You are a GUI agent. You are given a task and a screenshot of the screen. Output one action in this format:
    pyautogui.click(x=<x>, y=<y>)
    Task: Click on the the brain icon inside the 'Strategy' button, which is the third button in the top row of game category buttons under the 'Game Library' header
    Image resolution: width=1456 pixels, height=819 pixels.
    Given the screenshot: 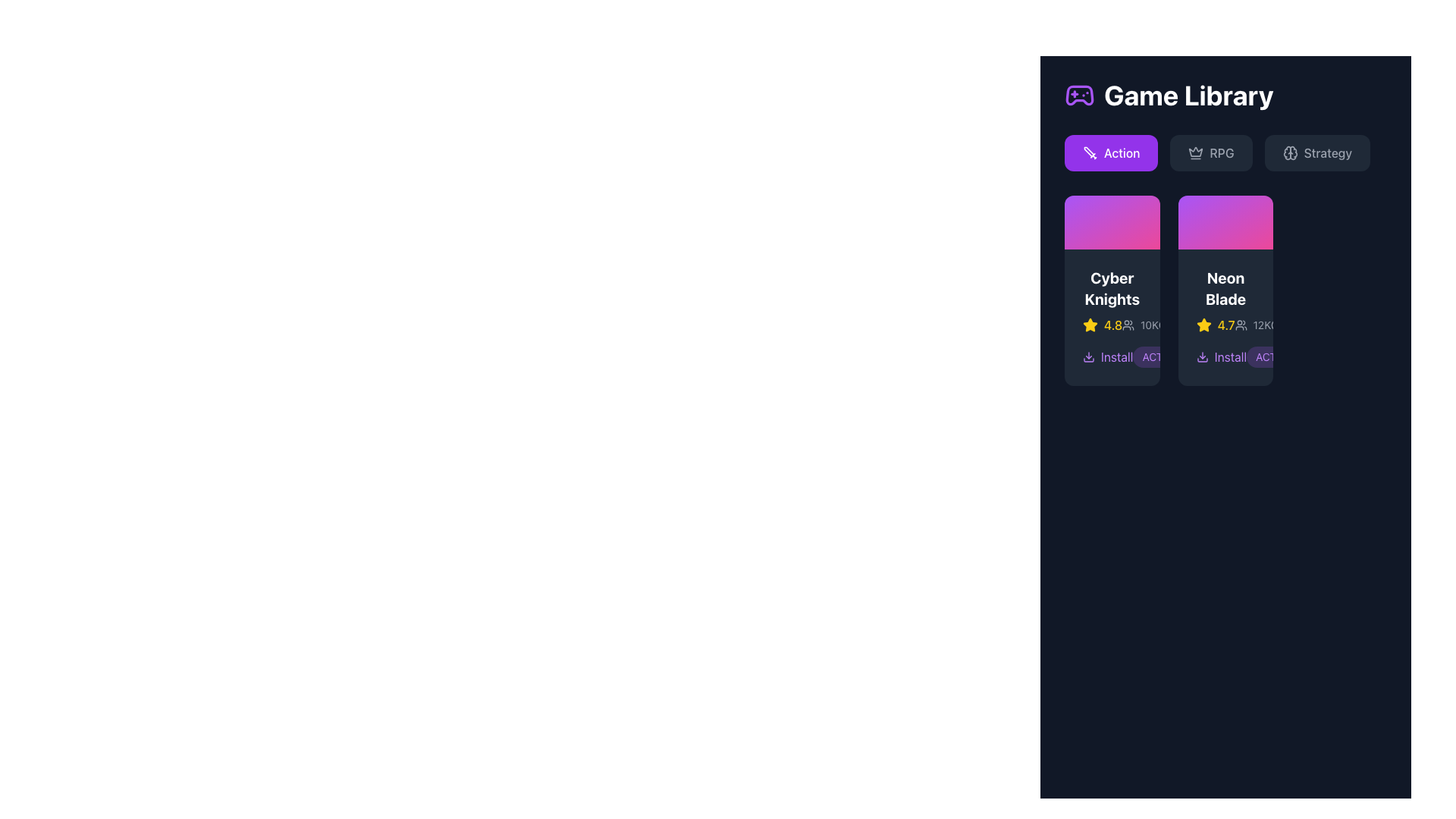 What is the action you would take?
    pyautogui.click(x=1289, y=152)
    